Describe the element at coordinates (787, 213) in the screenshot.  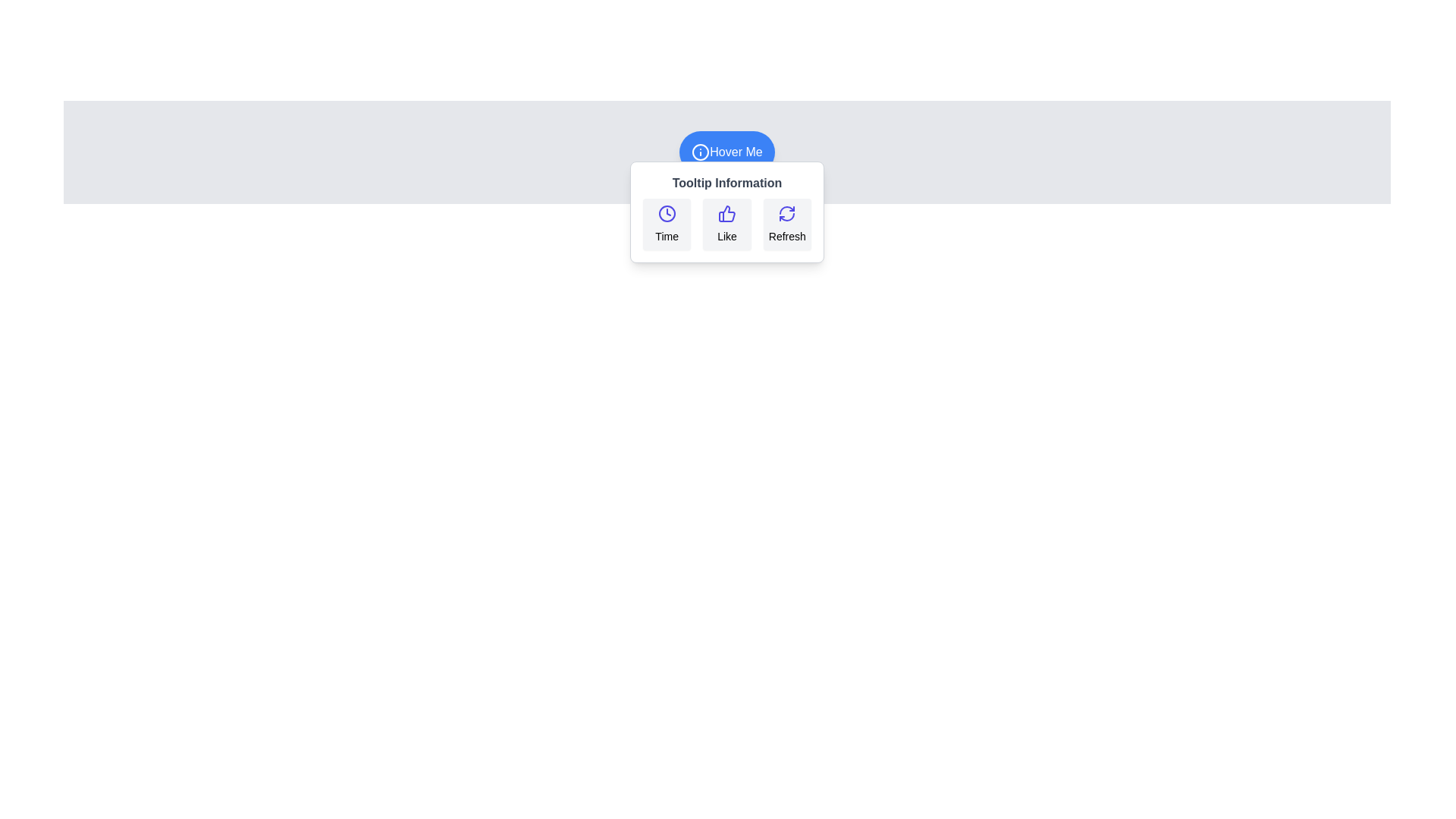
I see `the refresh icon, which is a circular icon with curved arrows in a blue shade, located at the top of the 'Refresh' button in the tooltip under 'Hover Me'` at that location.